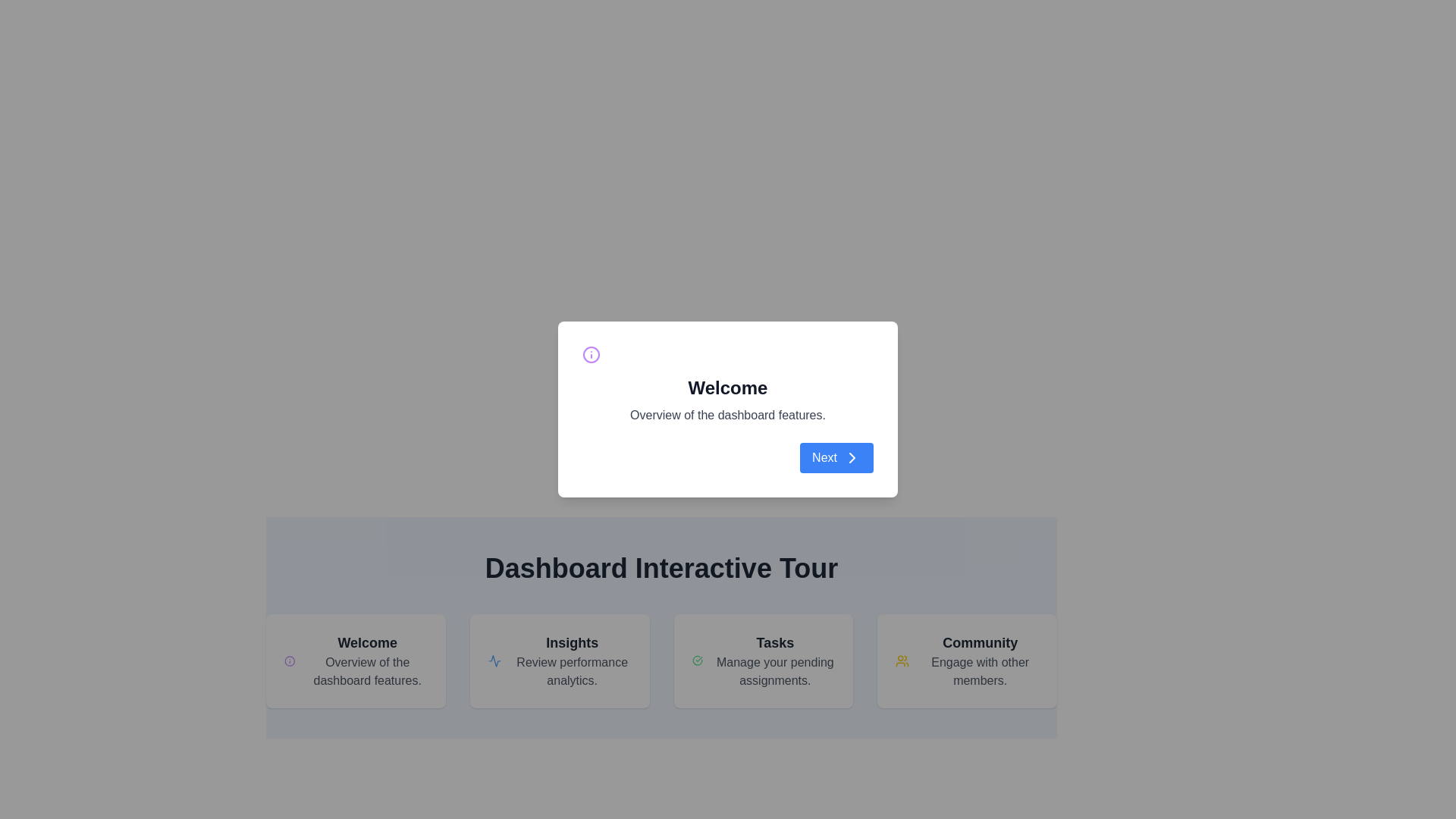 The image size is (1456, 819). What do you see at coordinates (661, 568) in the screenshot?
I see `the centered heading text labeled 'Dashboard Interactive Tour' which is prominently displayed in bold and large dark gray font, located above the grouped content sections in the upper section of the interface` at bounding box center [661, 568].